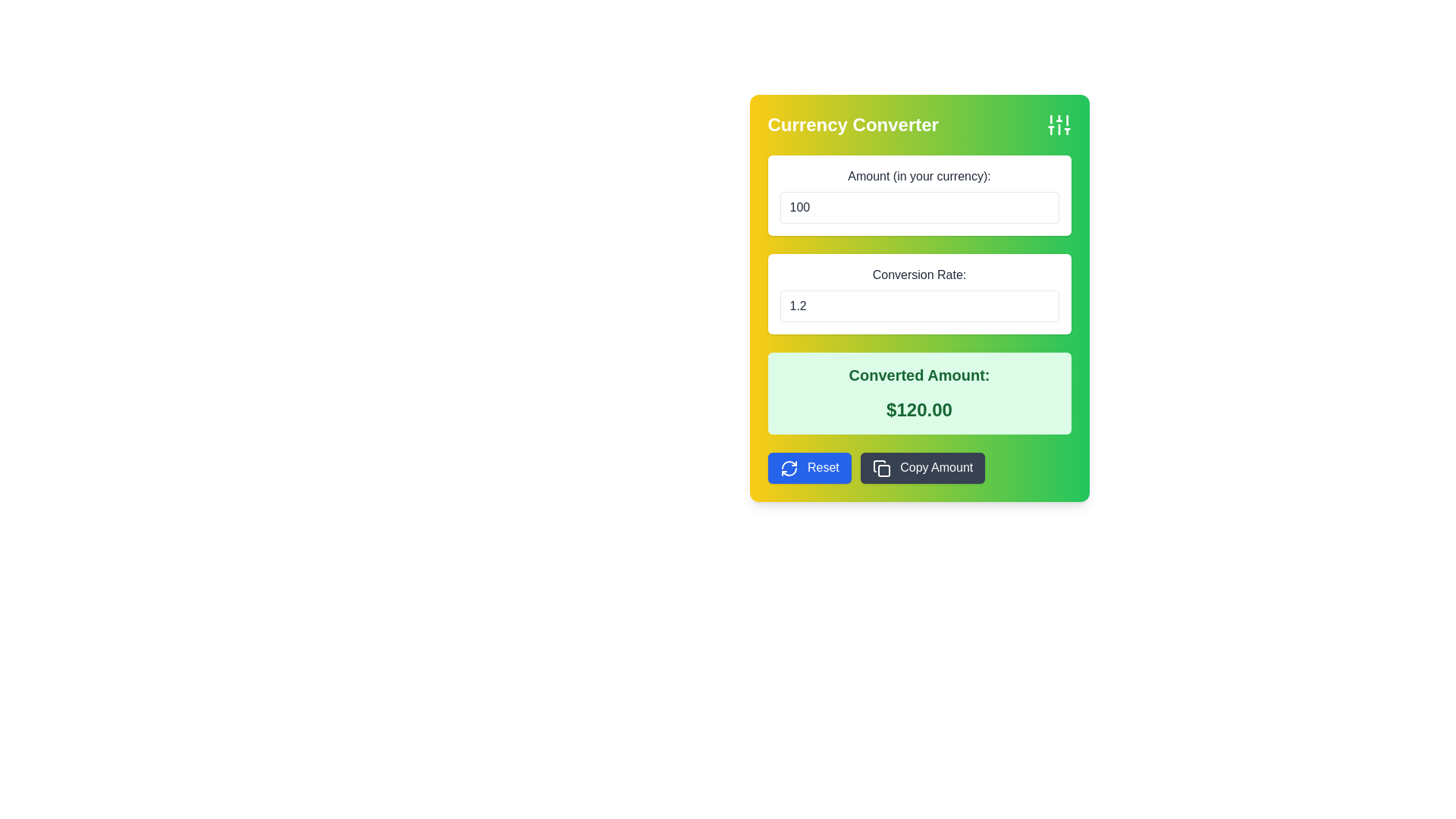 This screenshot has height=819, width=1456. What do you see at coordinates (918, 409) in the screenshot?
I see `the display-only text label showing the converted currency amount, which is located below the 'Converted Amount:' label within the green-tinted section of the currency converter interface` at bounding box center [918, 409].